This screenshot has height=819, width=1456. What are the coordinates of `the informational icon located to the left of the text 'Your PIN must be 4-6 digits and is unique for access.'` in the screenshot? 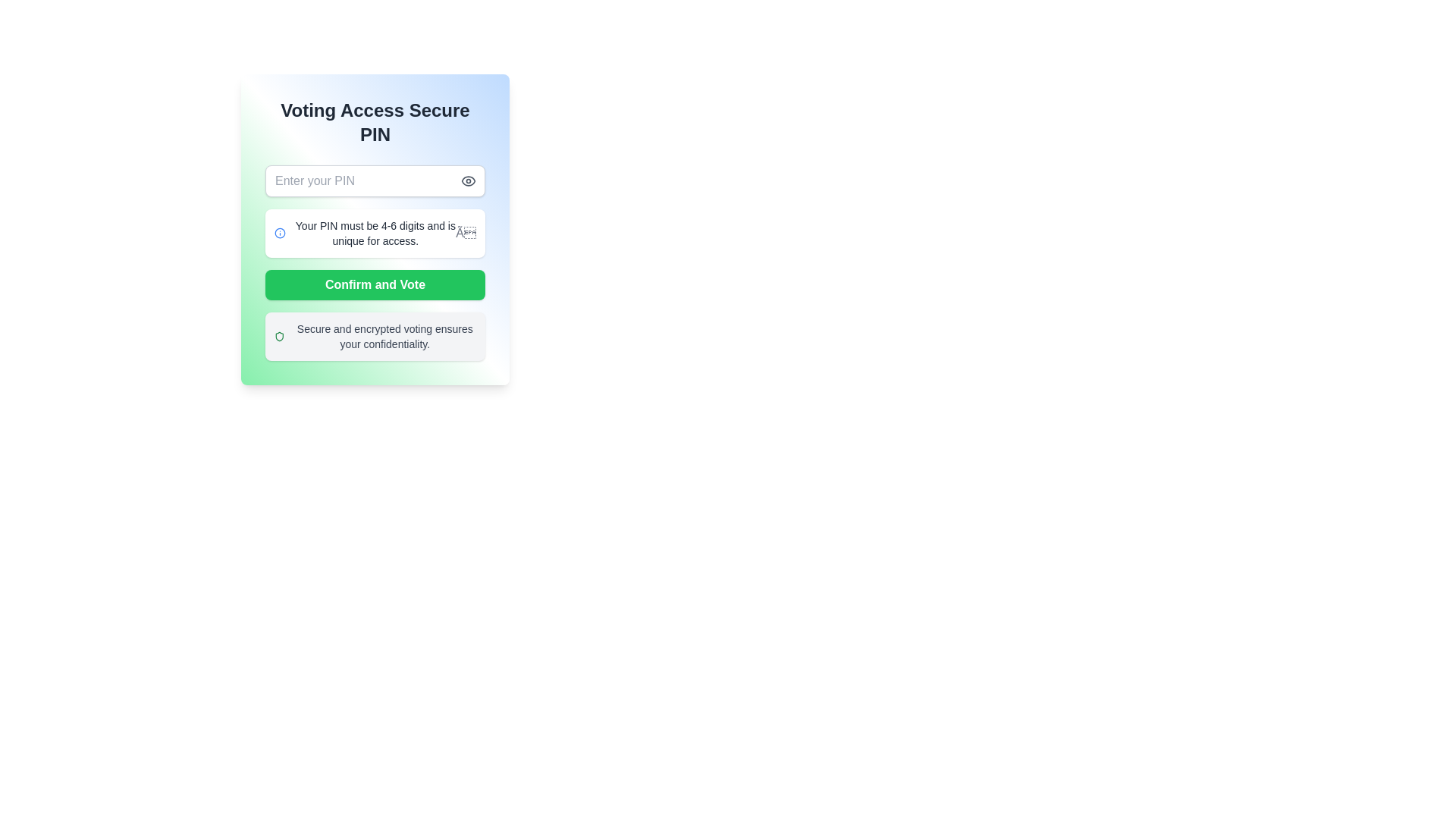 It's located at (280, 234).